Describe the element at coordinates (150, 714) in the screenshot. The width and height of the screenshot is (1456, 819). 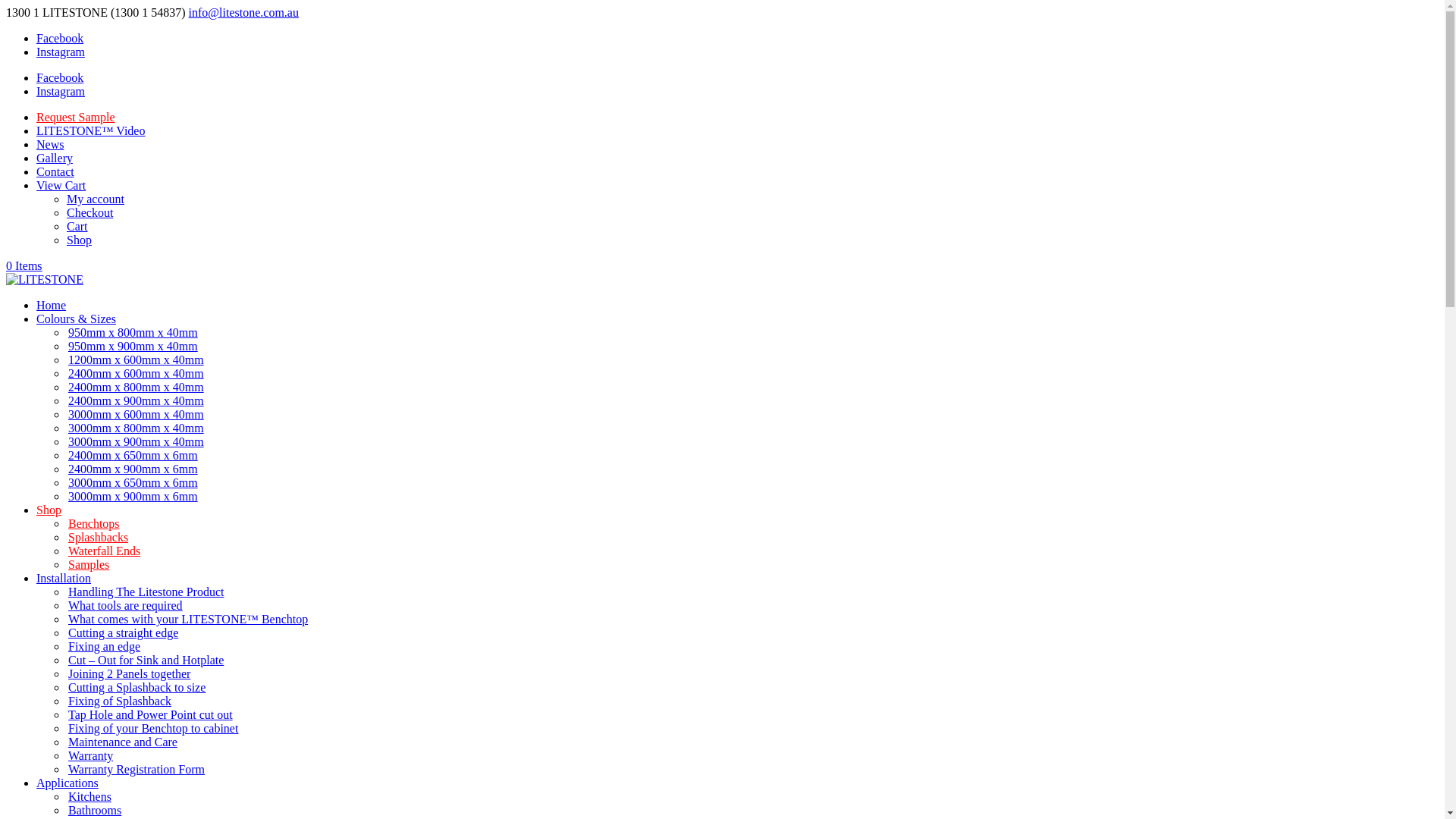
I see `'Tap Hole and Power Point cut out'` at that location.